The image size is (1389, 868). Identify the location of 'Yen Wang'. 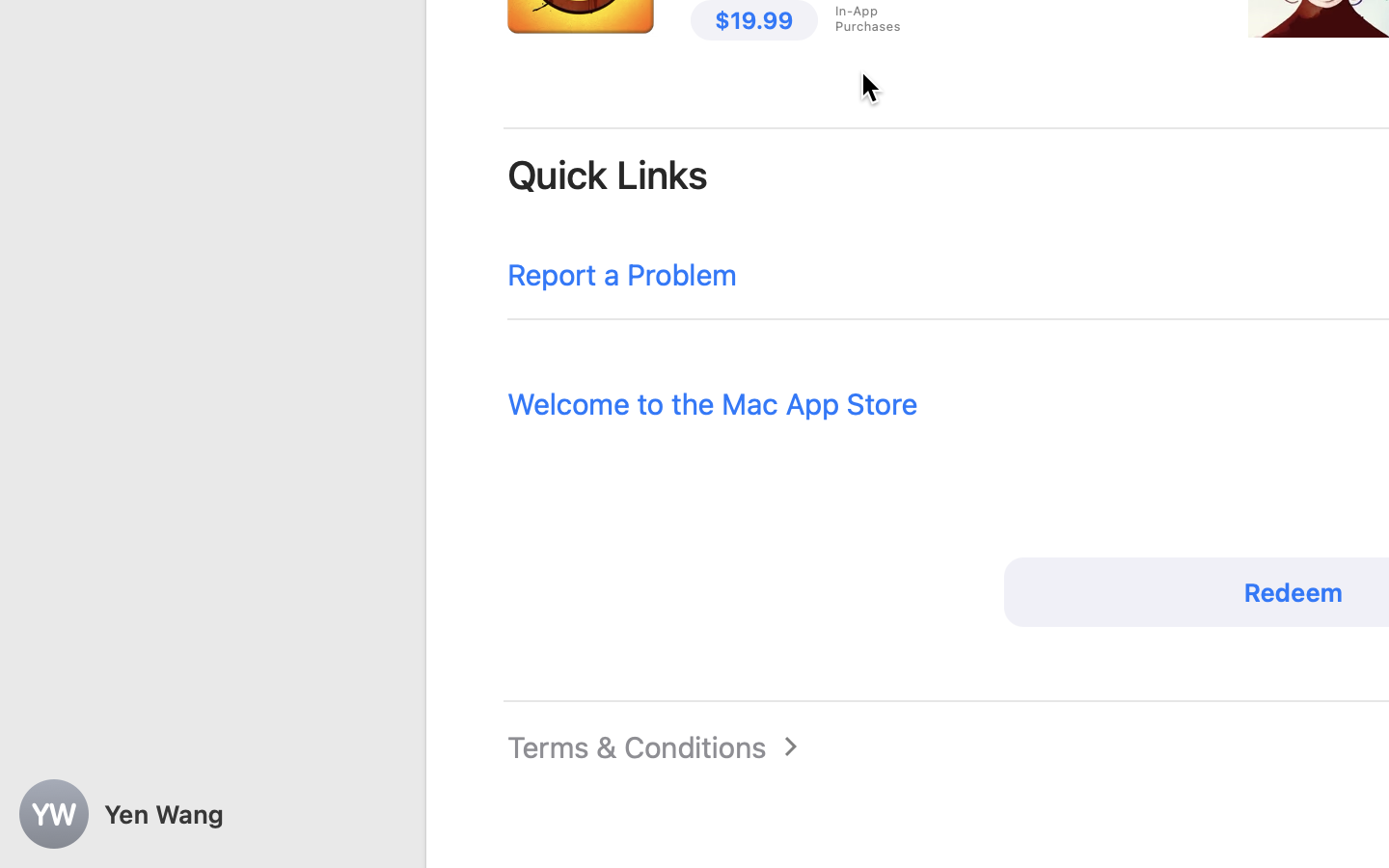
(212, 814).